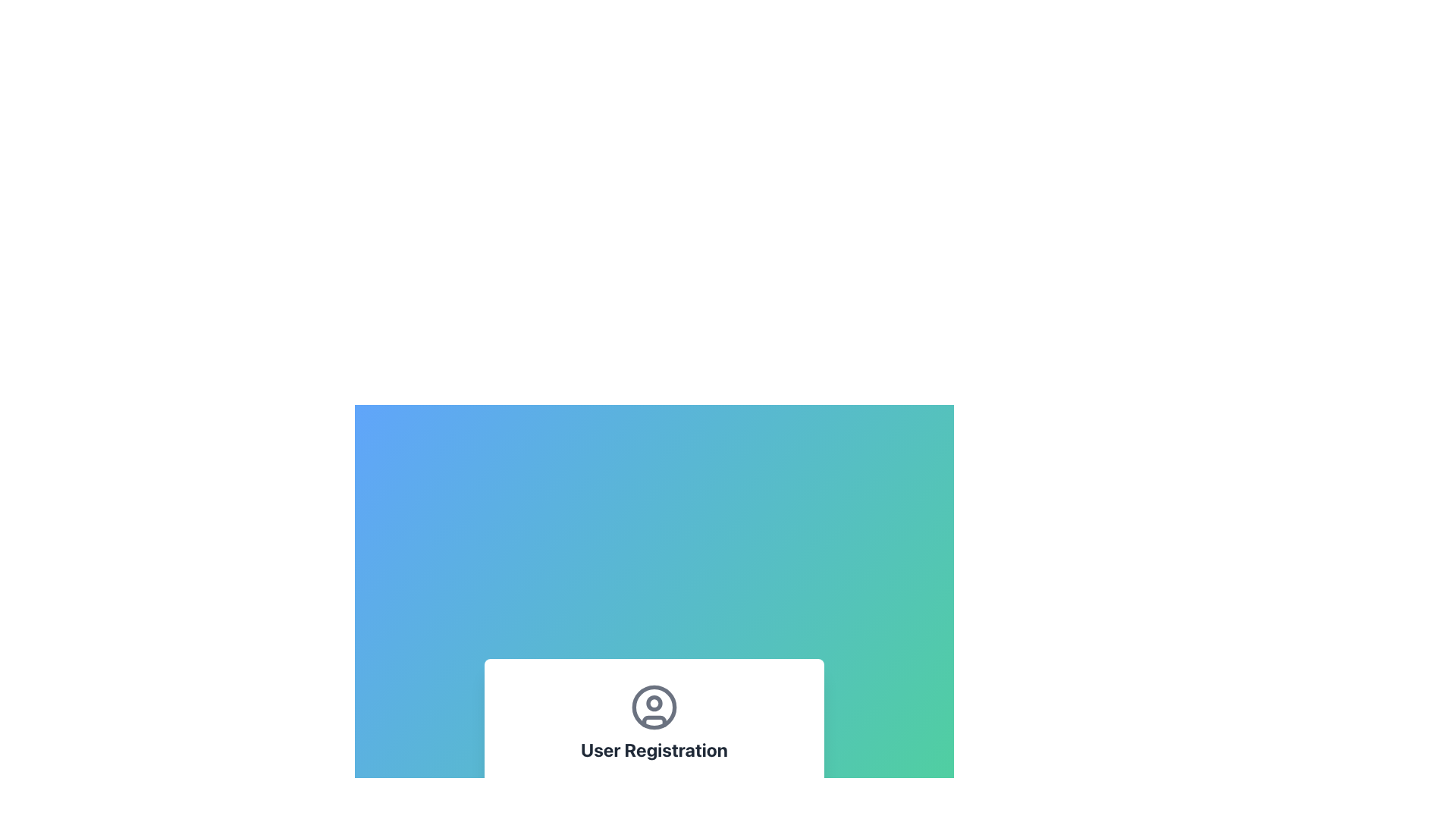 The image size is (1456, 819). I want to click on the user profile icon located under the 'User Registration' section, which is centered horizontally above the 'User Registration' text, so click(654, 707).